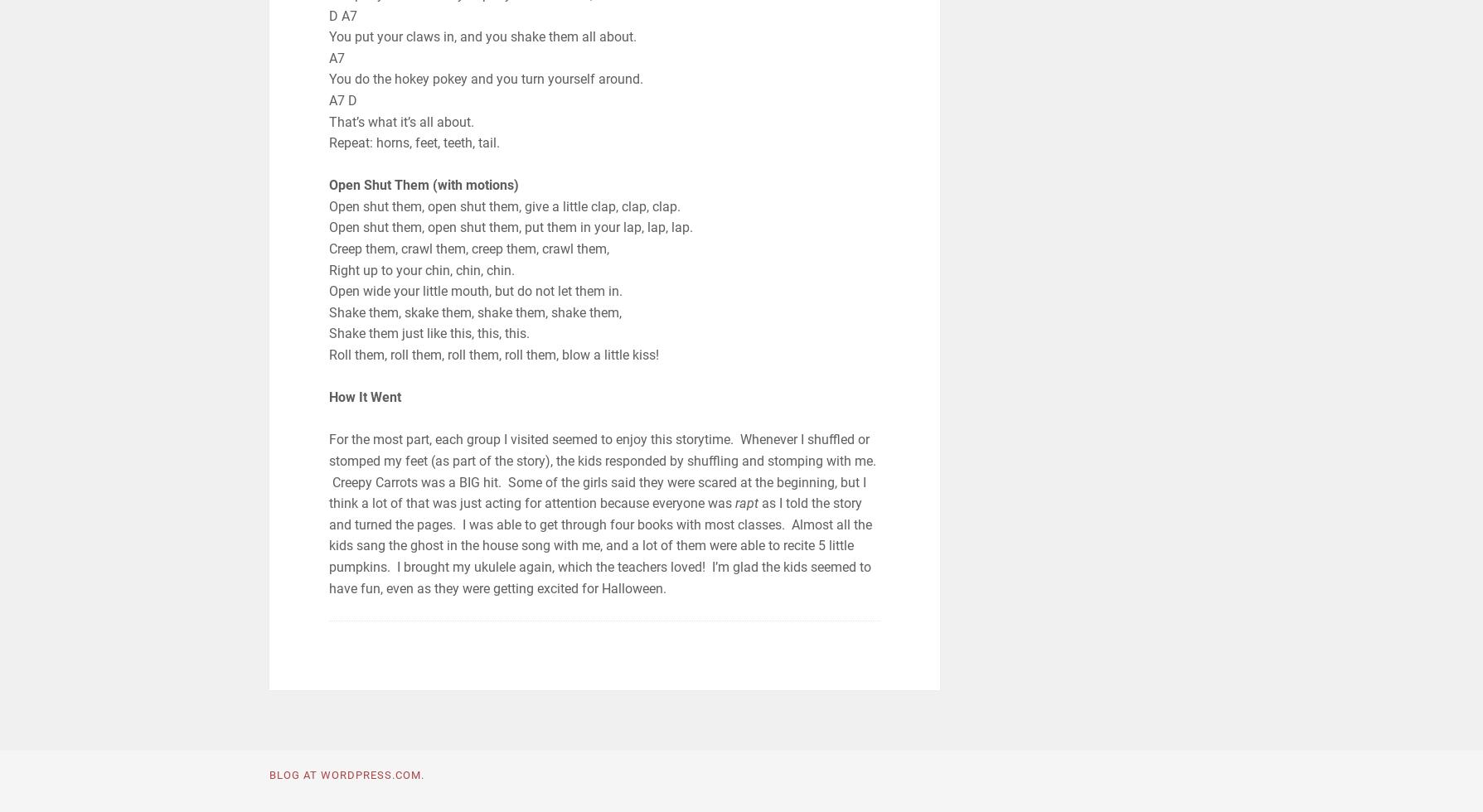 This screenshot has height=812, width=1483. I want to click on 'How It Went', so click(327, 397).